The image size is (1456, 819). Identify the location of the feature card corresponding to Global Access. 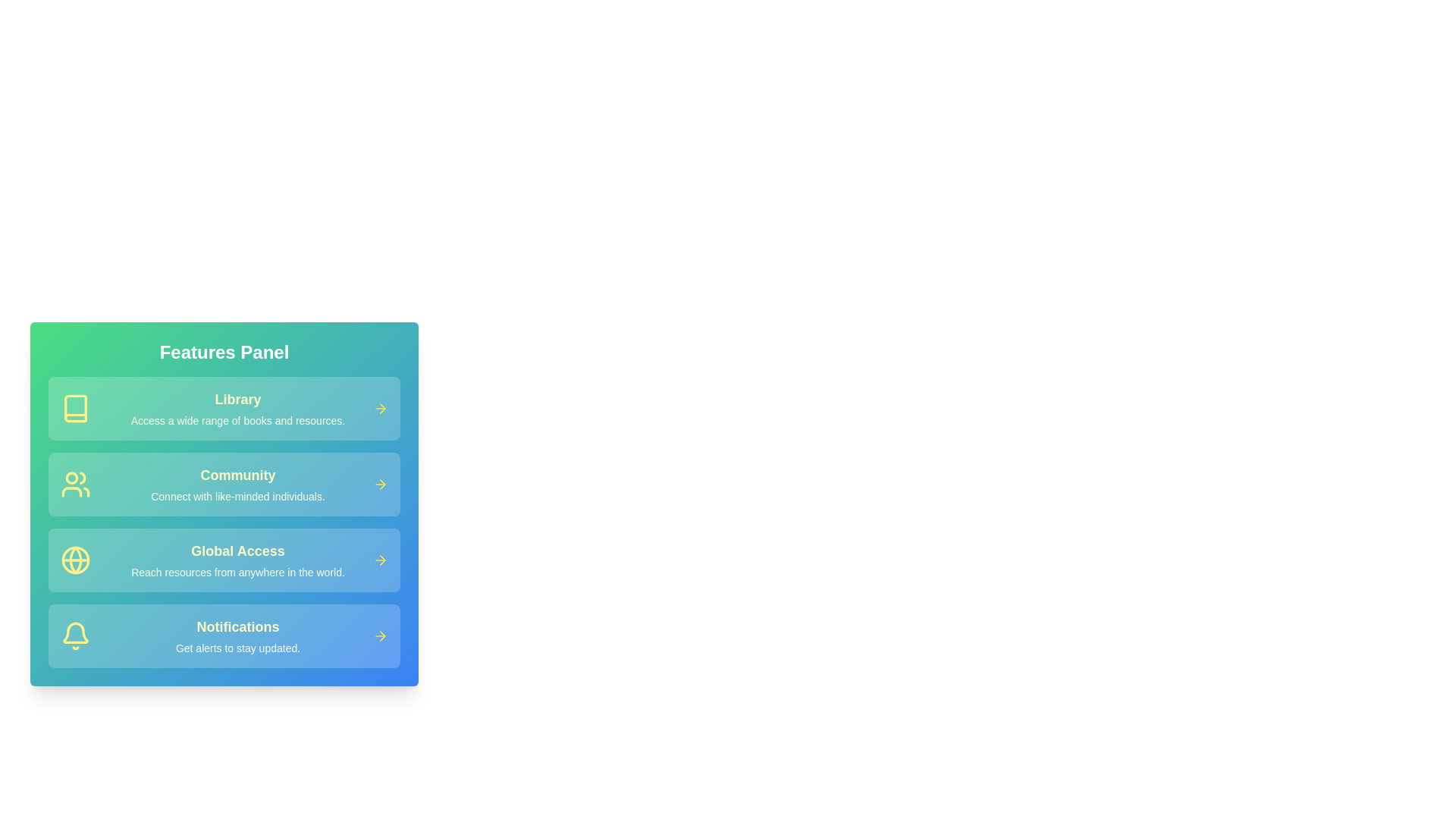
(224, 560).